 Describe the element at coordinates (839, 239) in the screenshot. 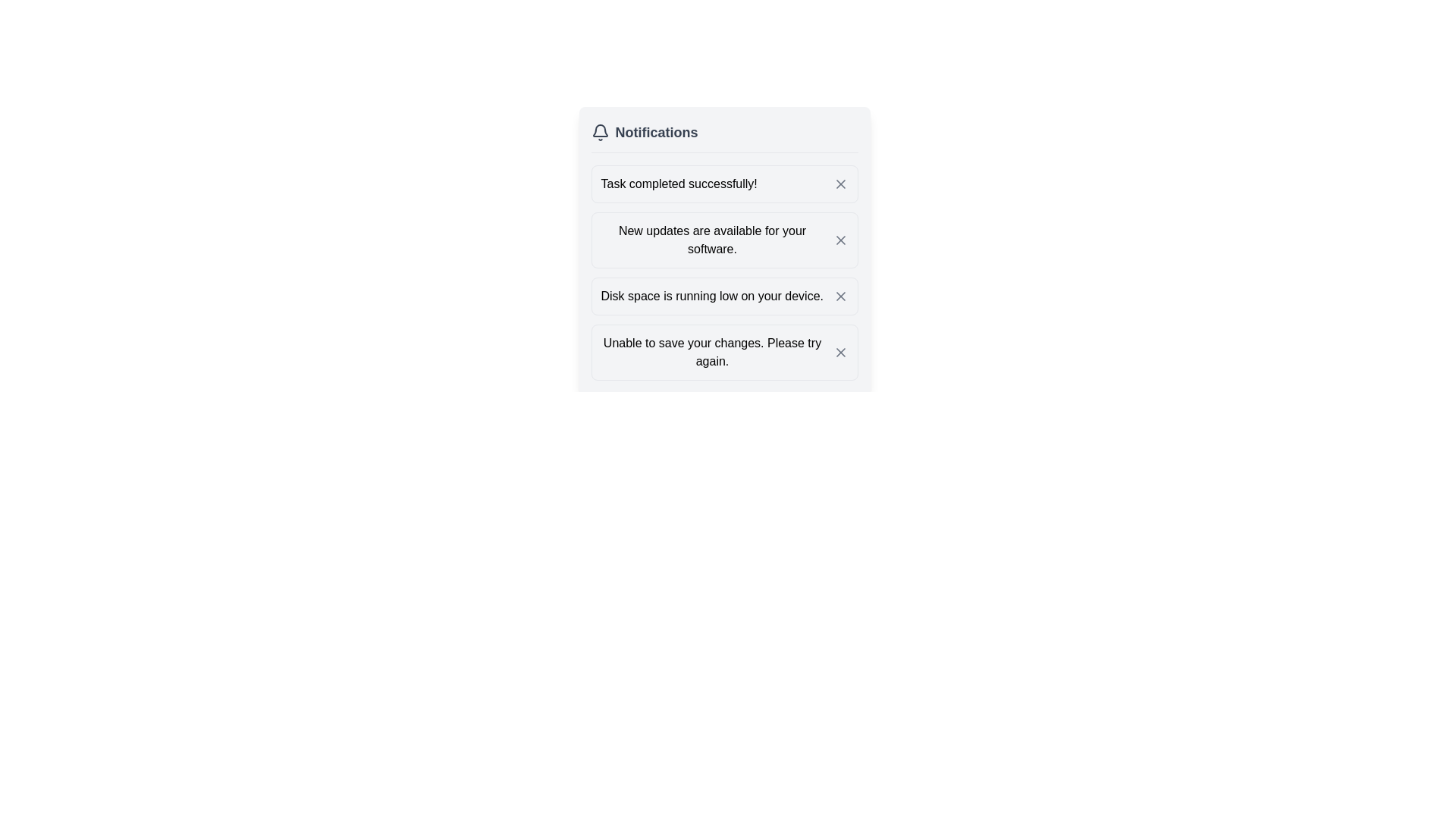

I see `the close button located at the far right of the notification entry 'New updates are available for your software'` at that location.